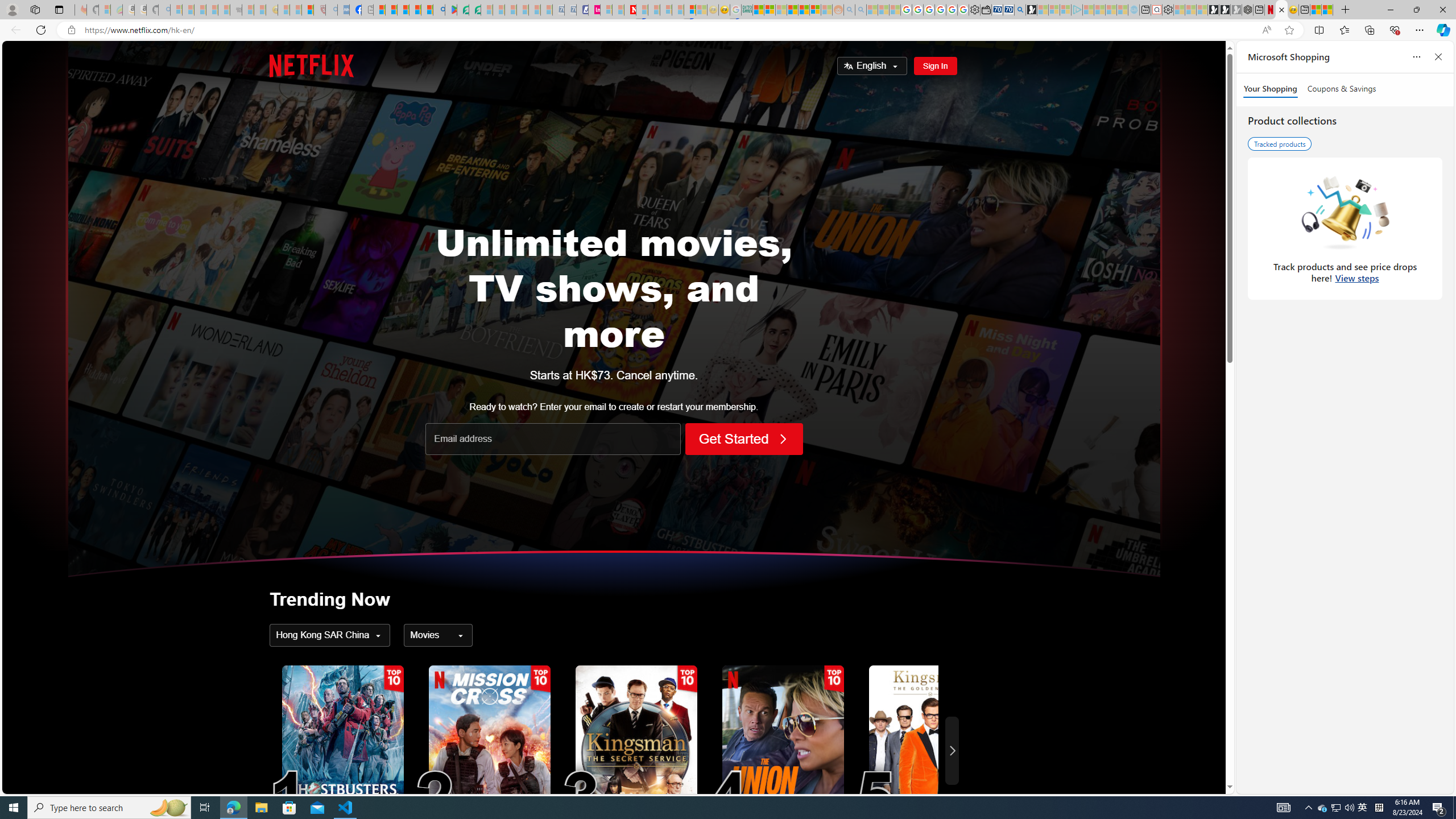 The width and height of the screenshot is (1456, 819). Describe the element at coordinates (782, 750) in the screenshot. I see `'The Union4'` at that location.